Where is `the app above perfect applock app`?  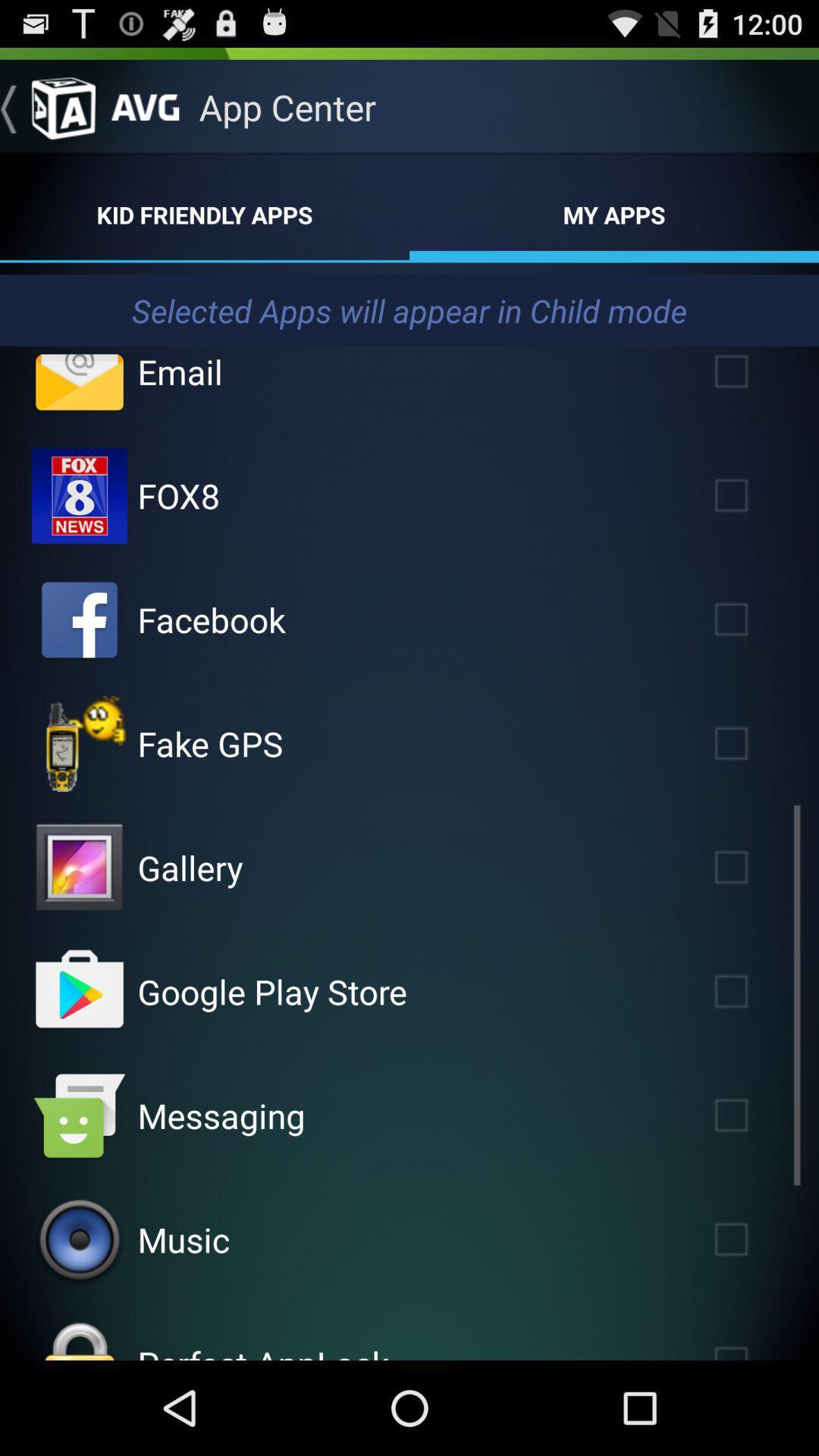
the app above perfect applock app is located at coordinates (183, 1239).